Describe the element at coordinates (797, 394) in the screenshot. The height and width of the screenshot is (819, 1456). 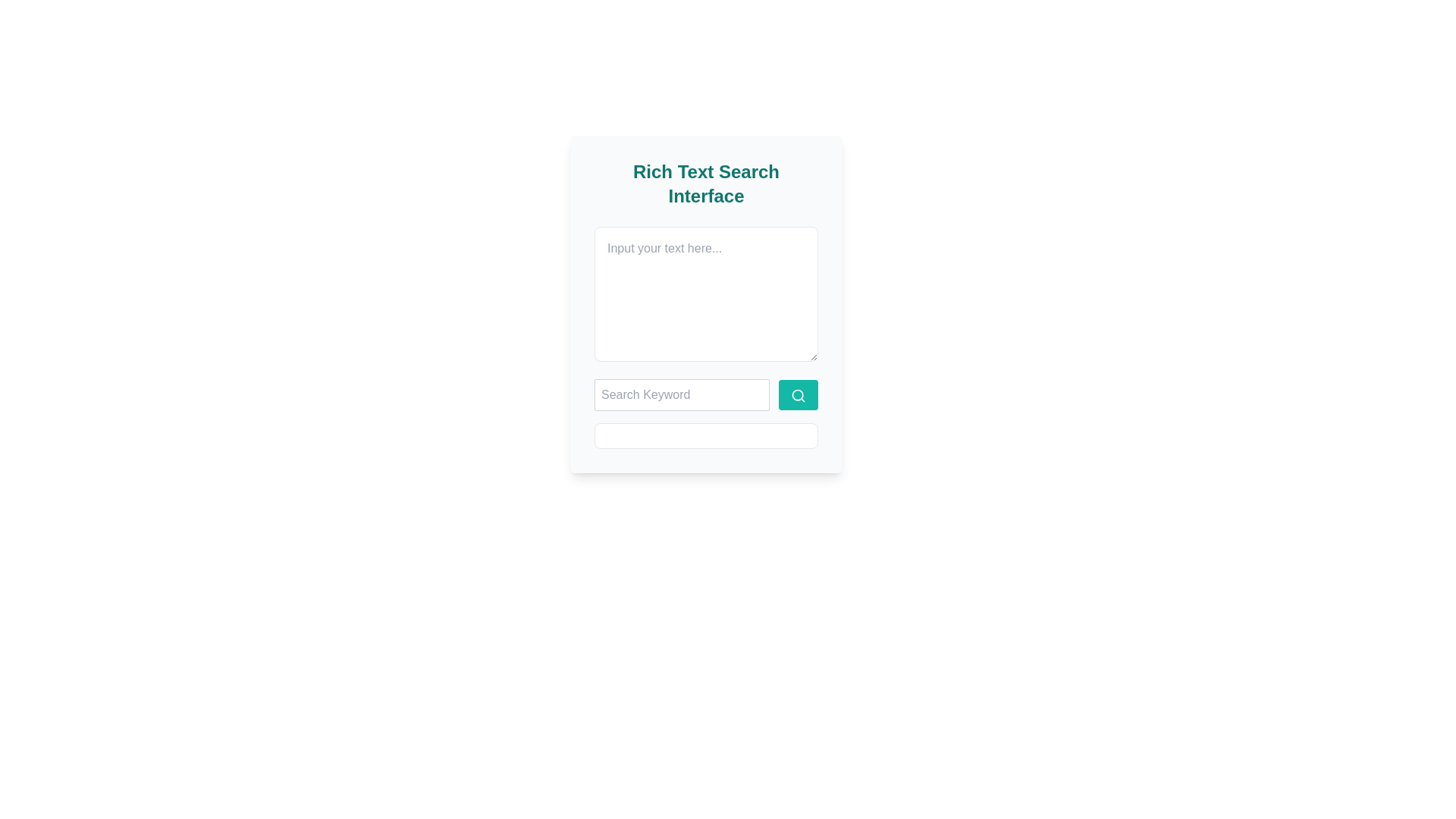
I see `the teal button with a search icon located immediately to the right of the 'Search Keyword' input field to initiate a search` at that location.